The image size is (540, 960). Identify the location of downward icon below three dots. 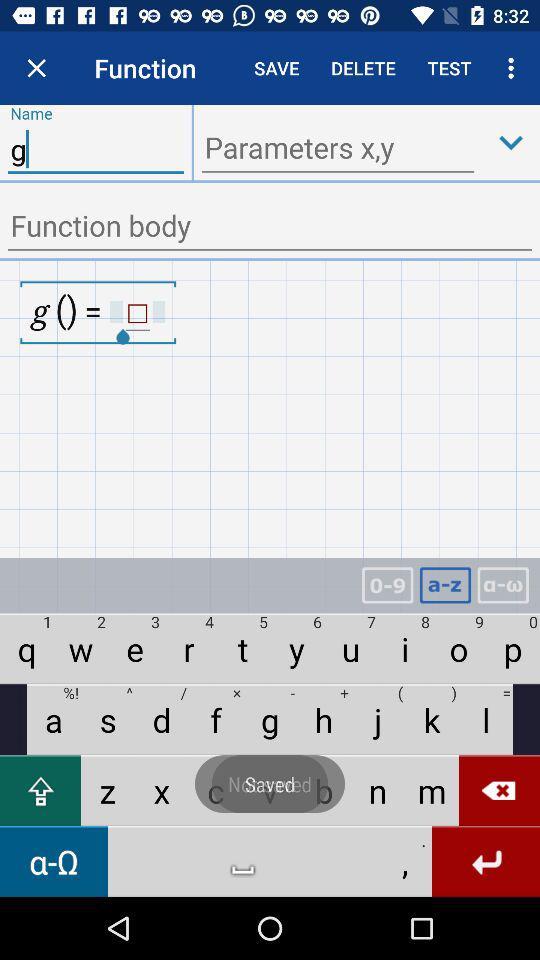
(511, 141).